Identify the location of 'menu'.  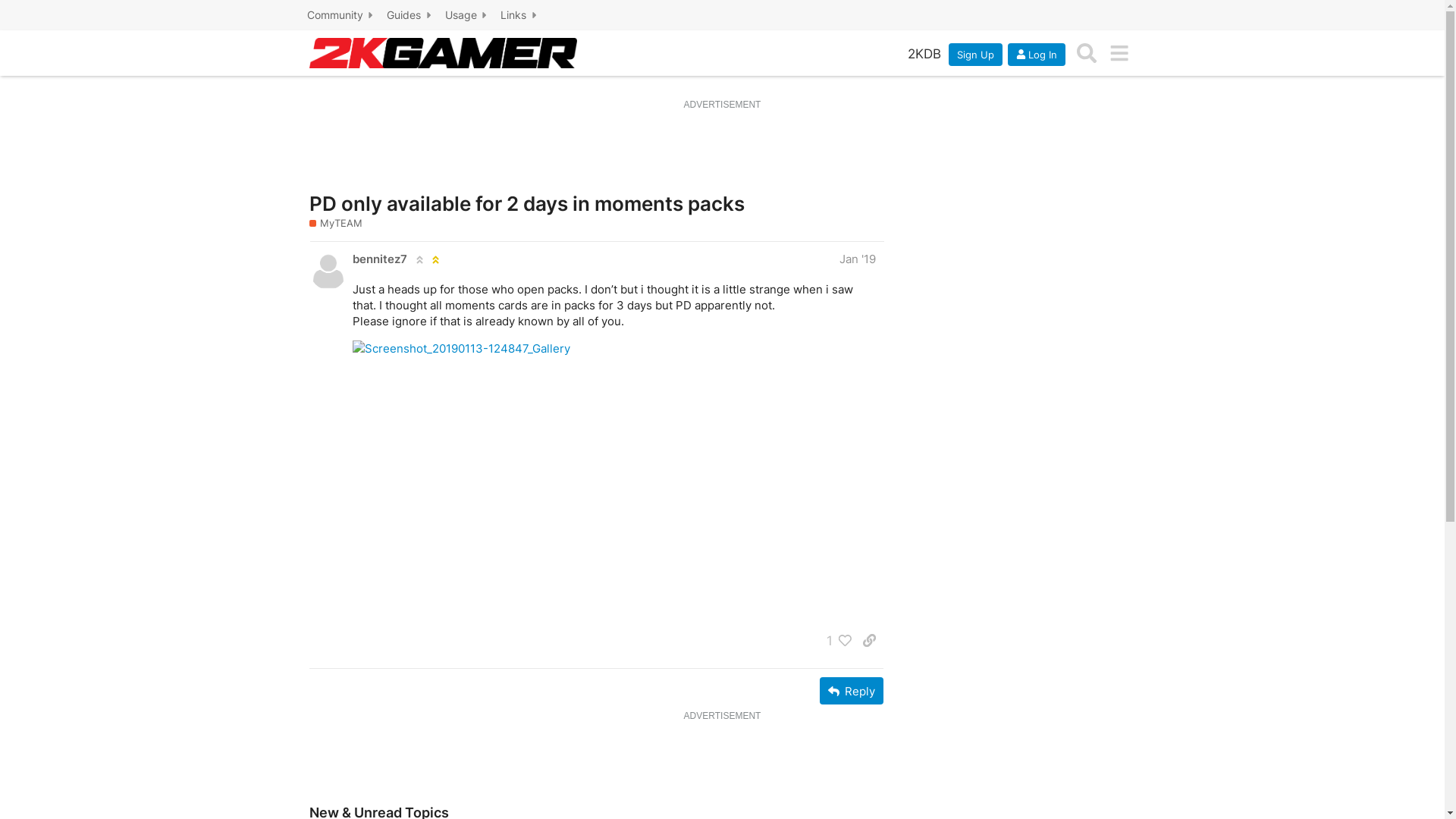
(1103, 52).